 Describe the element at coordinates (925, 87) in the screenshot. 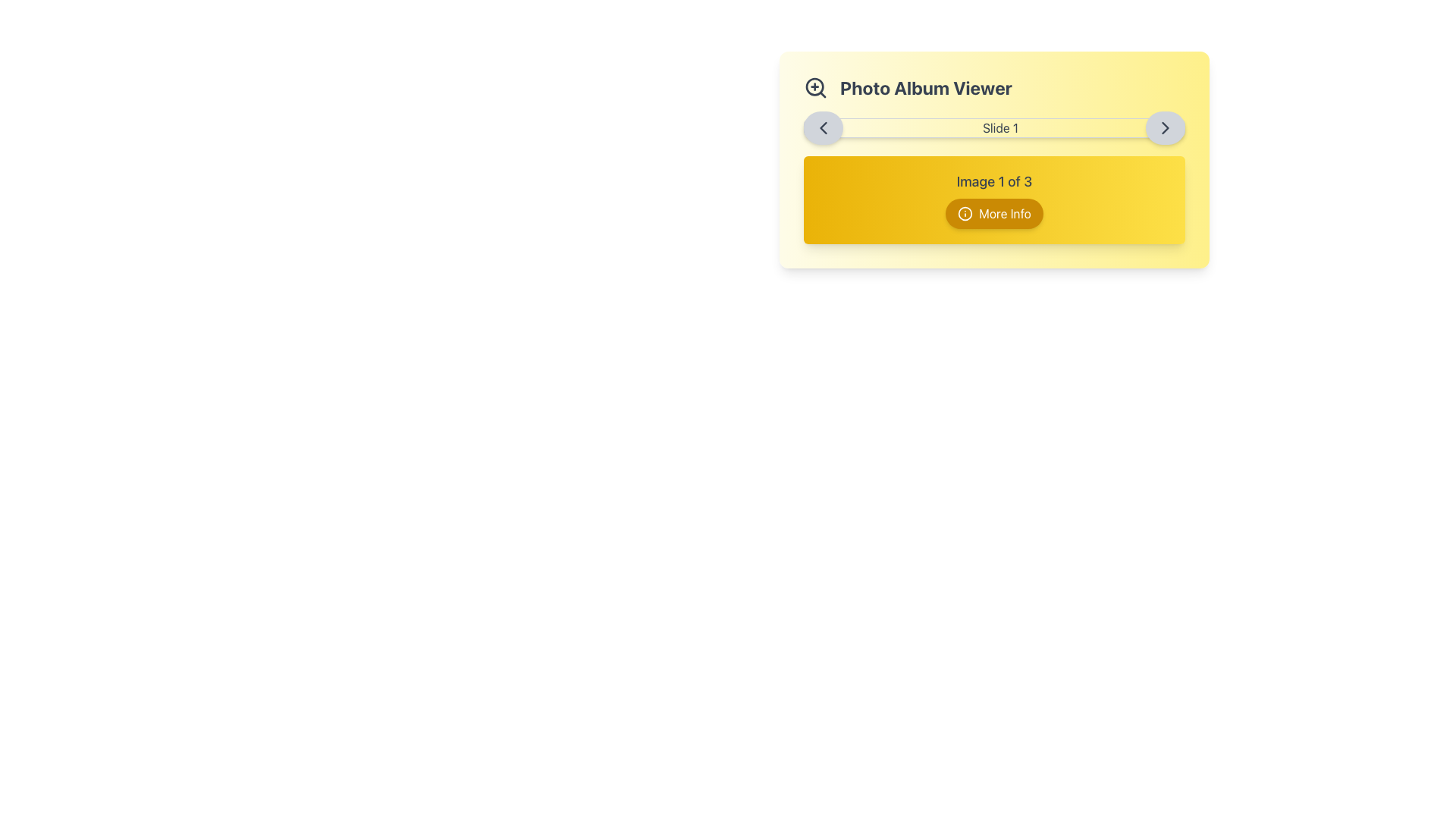

I see `the bold text label 'Photo Album Viewer' that is centrally located with a dark color on a light yellow background, positioned to the right of a magnifying glass icon` at that location.